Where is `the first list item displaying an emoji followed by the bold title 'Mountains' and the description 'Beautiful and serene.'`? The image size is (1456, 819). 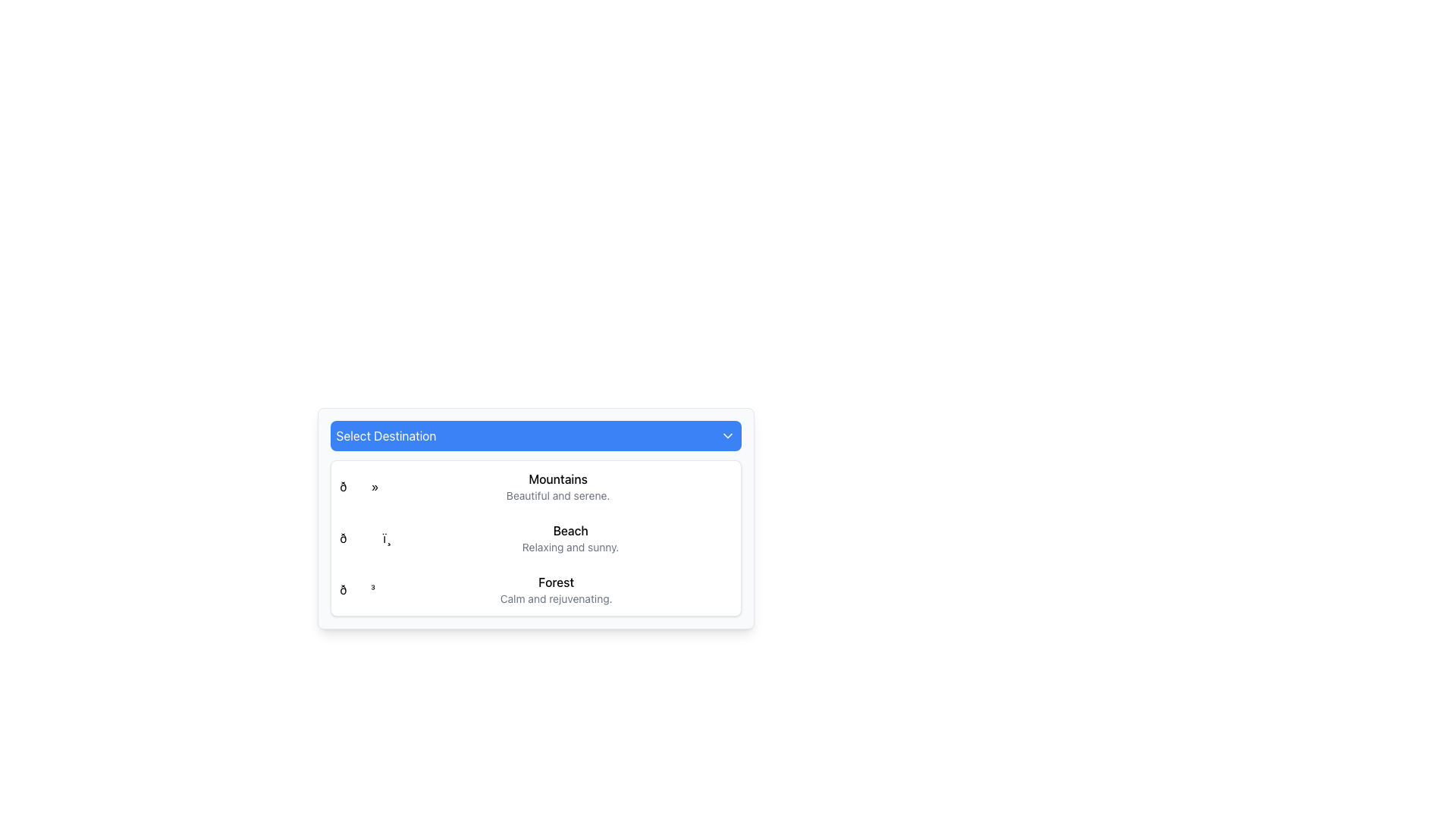 the first list item displaying an emoji followed by the bold title 'Mountains' and the description 'Beautiful and serene.' is located at coordinates (535, 486).